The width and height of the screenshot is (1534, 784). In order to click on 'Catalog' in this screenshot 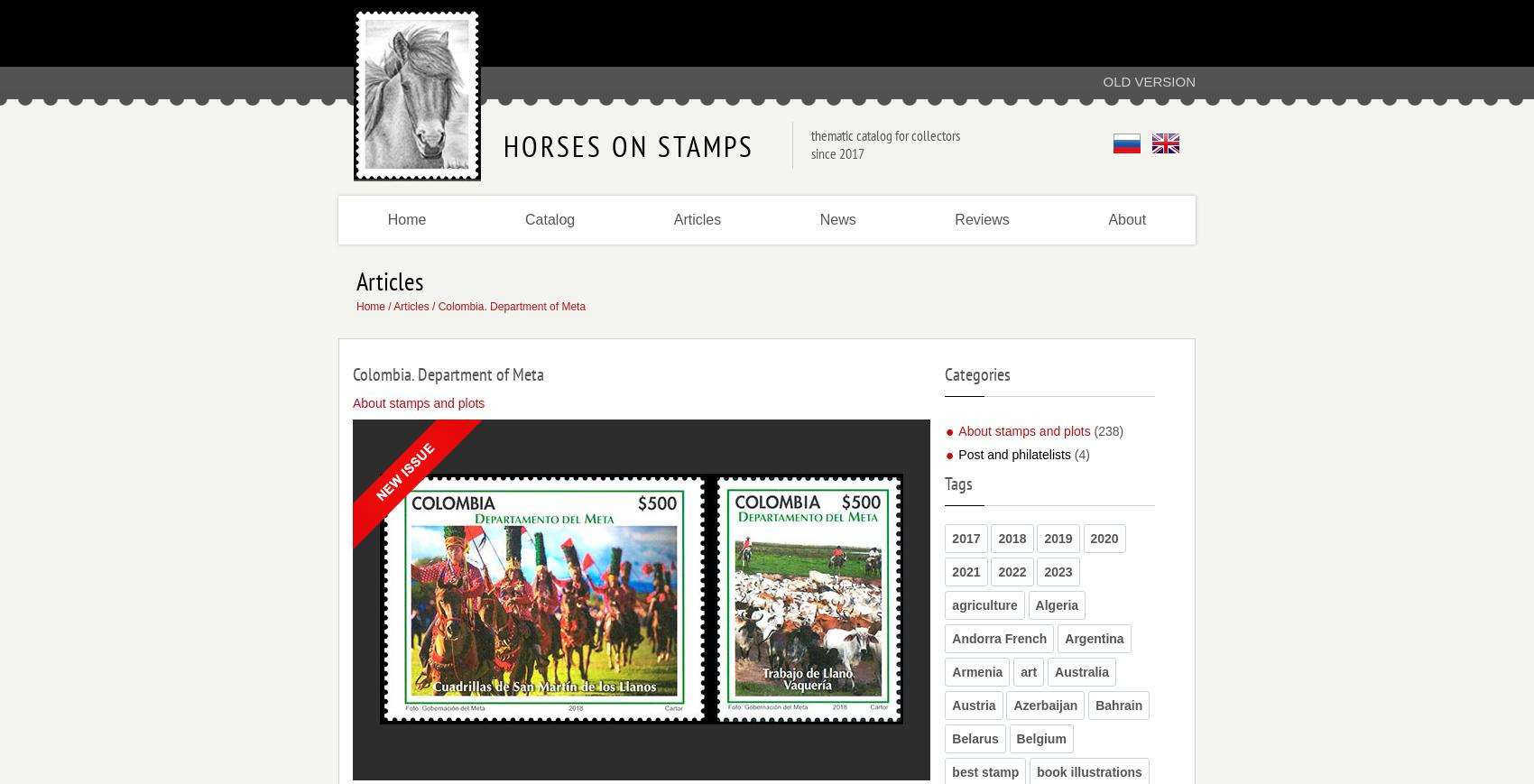, I will do `click(549, 218)`.